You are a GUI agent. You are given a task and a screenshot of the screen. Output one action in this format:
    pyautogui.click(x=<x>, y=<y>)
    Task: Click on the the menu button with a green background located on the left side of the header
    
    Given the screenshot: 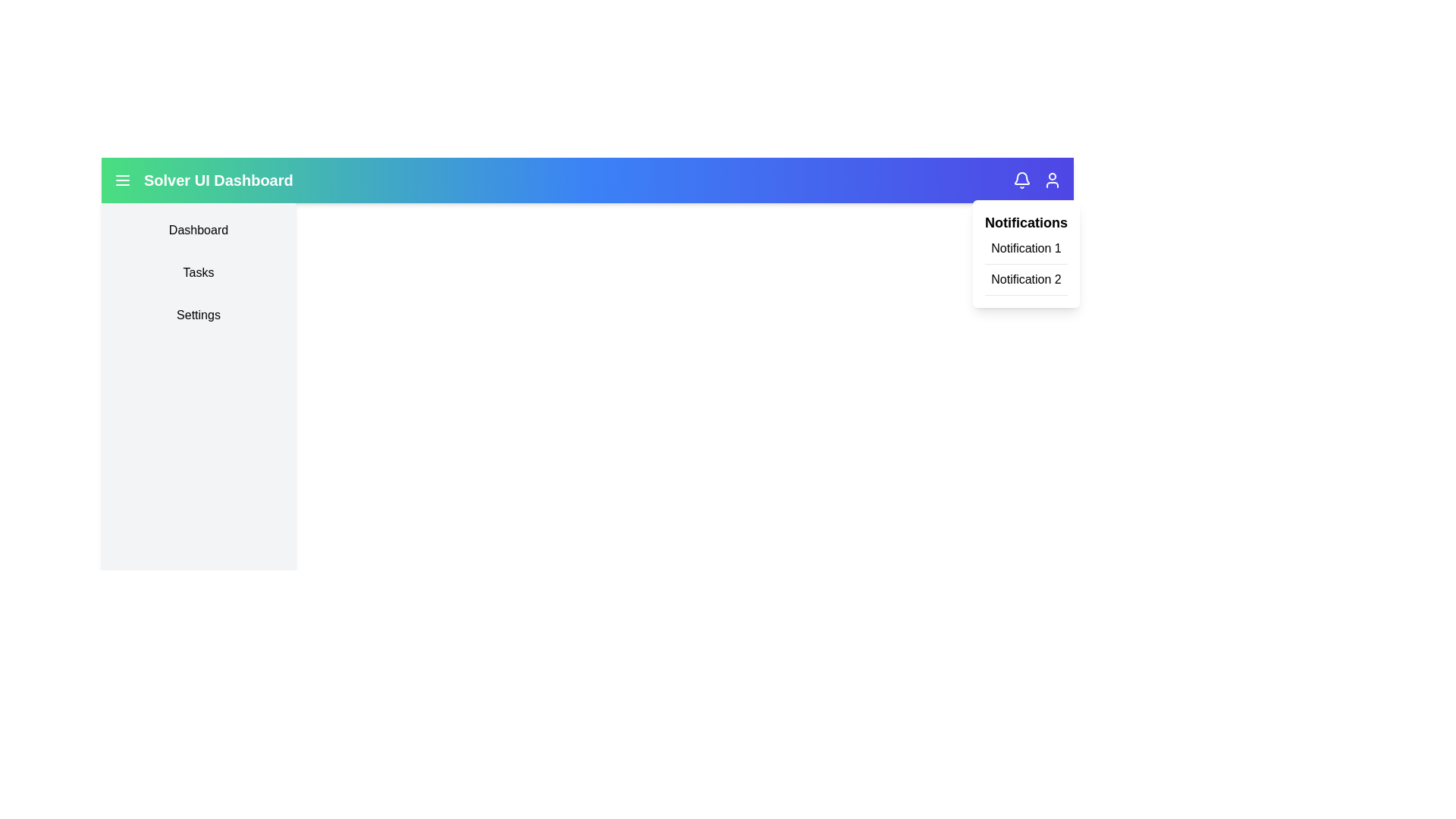 What is the action you would take?
    pyautogui.click(x=123, y=180)
    